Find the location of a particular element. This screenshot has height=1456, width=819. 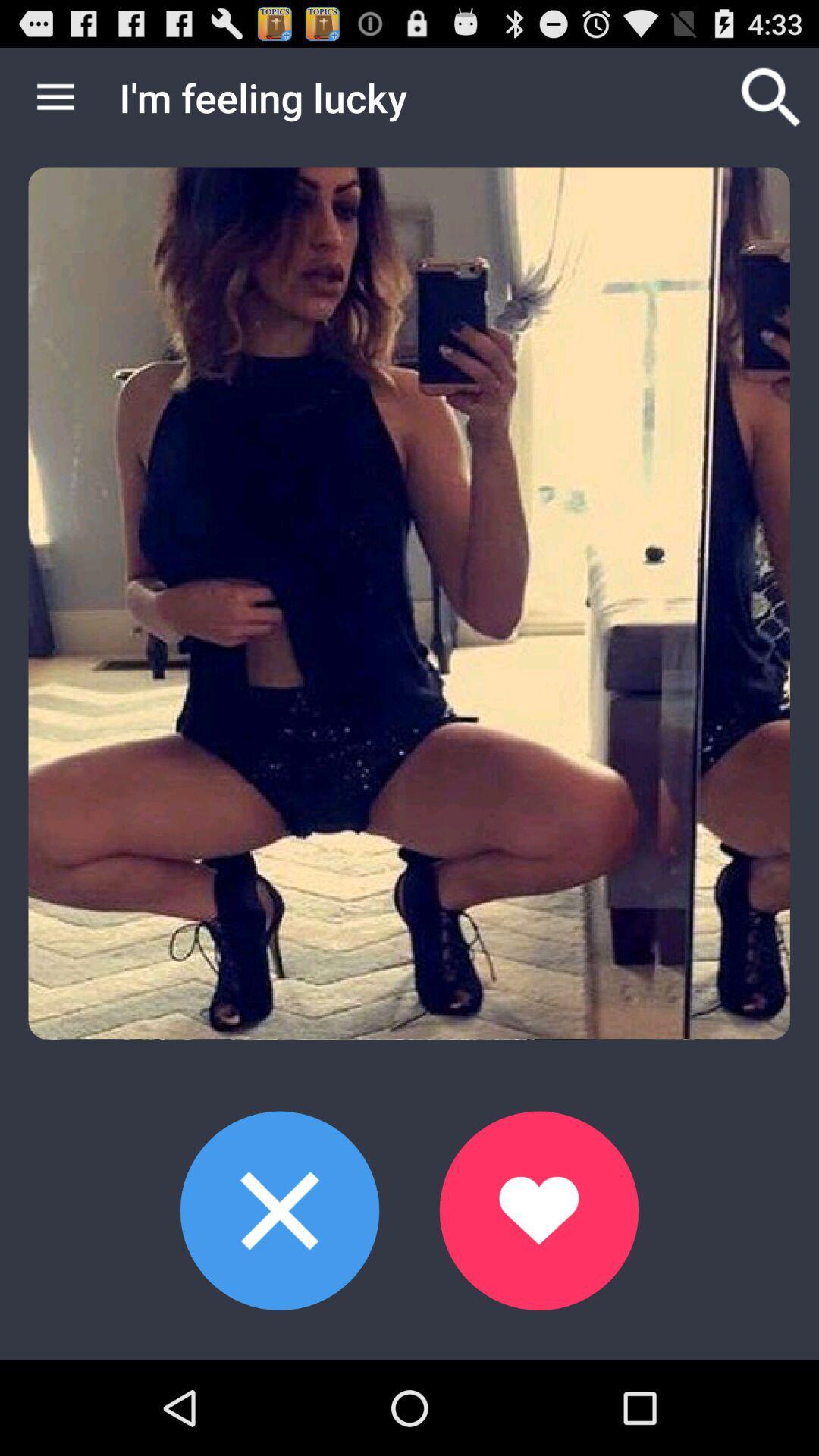

accept is located at coordinates (538, 1210).